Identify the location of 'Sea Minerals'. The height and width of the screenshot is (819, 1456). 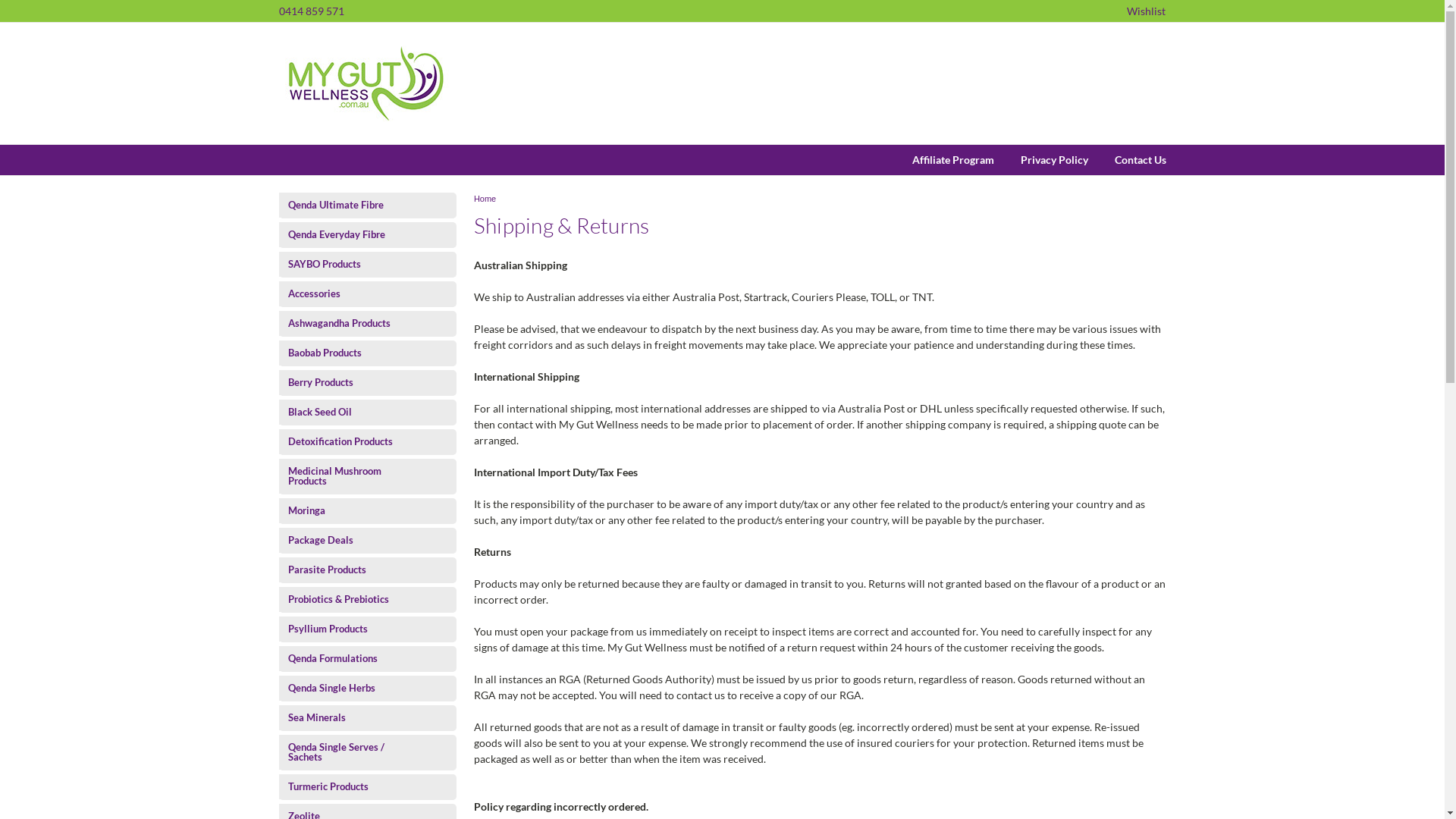
(353, 717).